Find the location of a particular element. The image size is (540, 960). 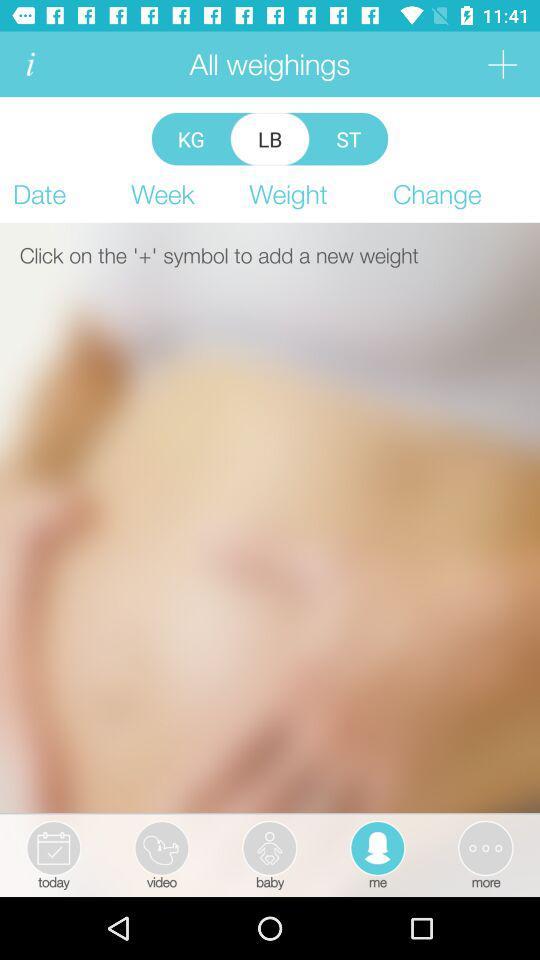

the icon above week app is located at coordinates (191, 138).